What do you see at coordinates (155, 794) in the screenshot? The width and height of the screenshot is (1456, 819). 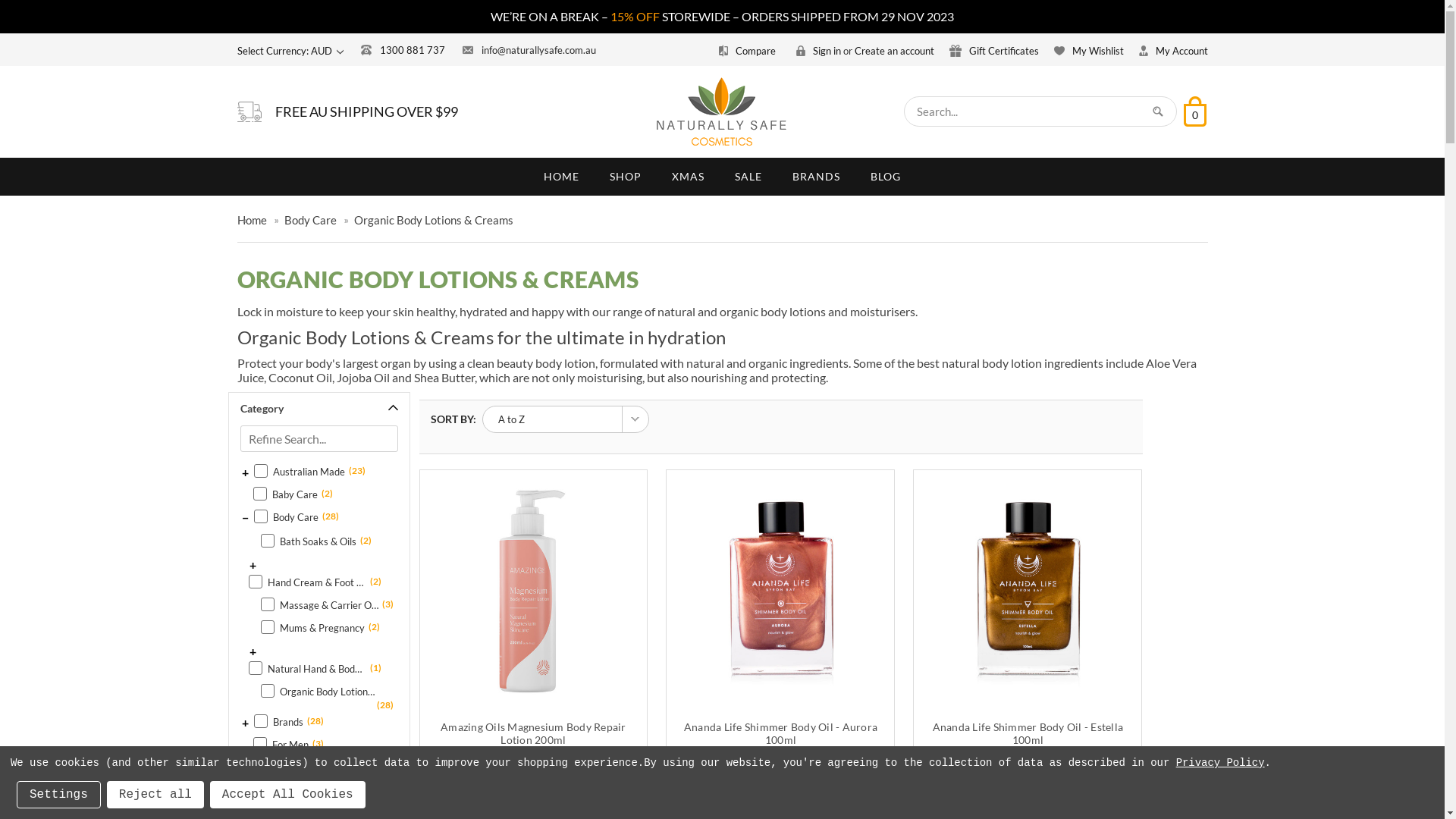 I see `'Reject all'` at bounding box center [155, 794].